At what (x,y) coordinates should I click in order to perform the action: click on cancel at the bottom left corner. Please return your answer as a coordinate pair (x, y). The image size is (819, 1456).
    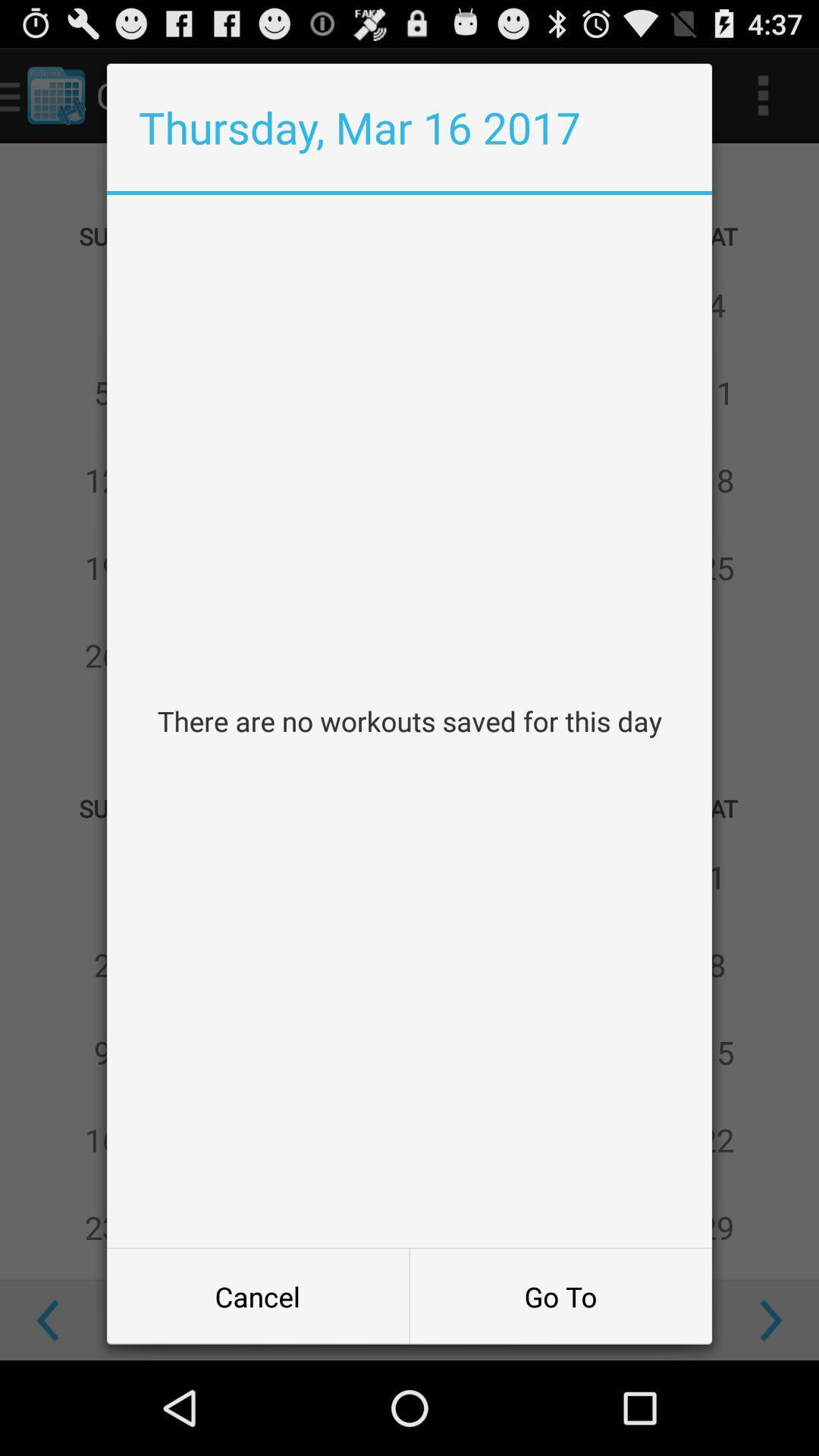
    Looking at the image, I should click on (257, 1295).